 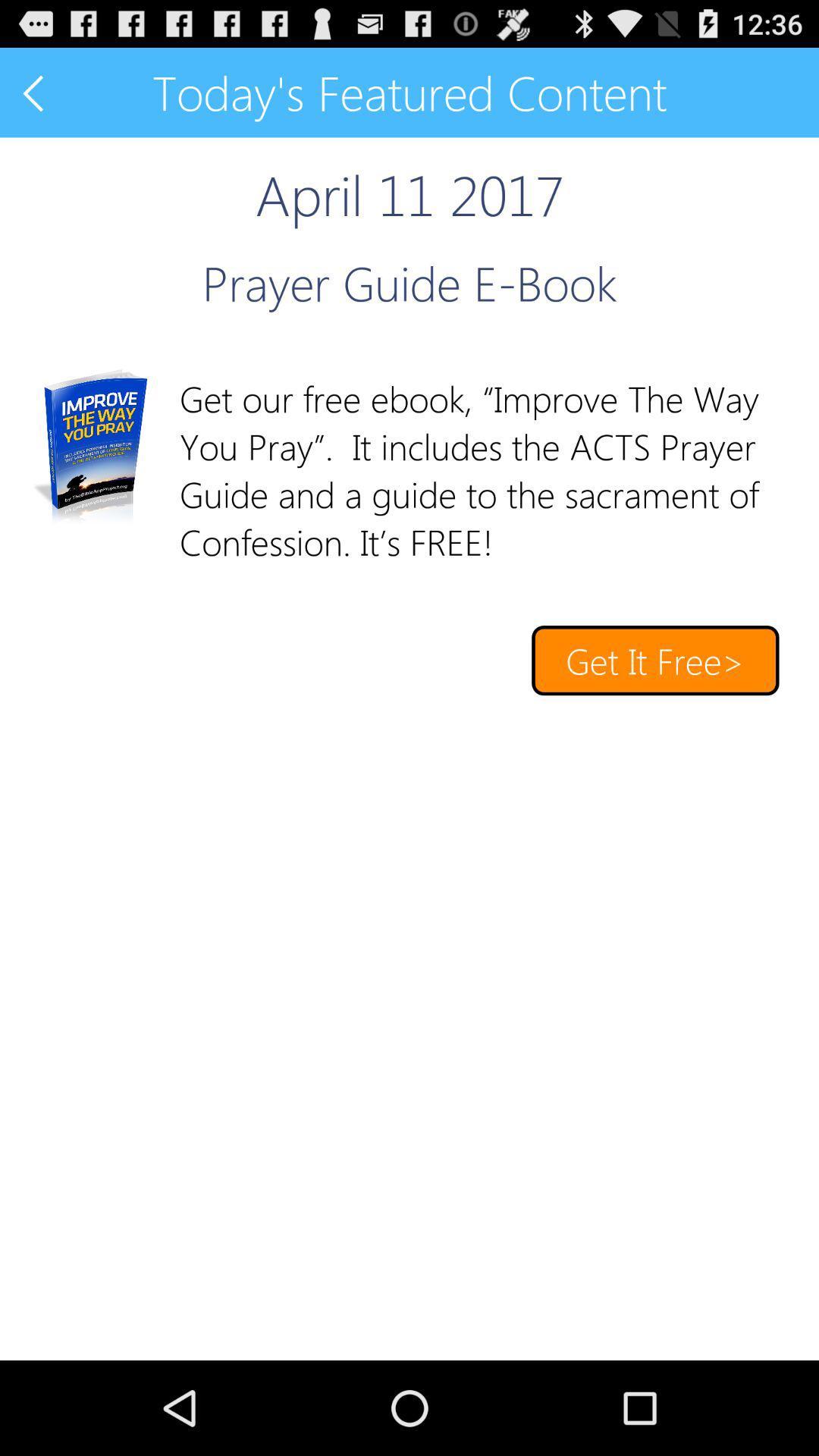 I want to click on go previous, so click(x=34, y=92).